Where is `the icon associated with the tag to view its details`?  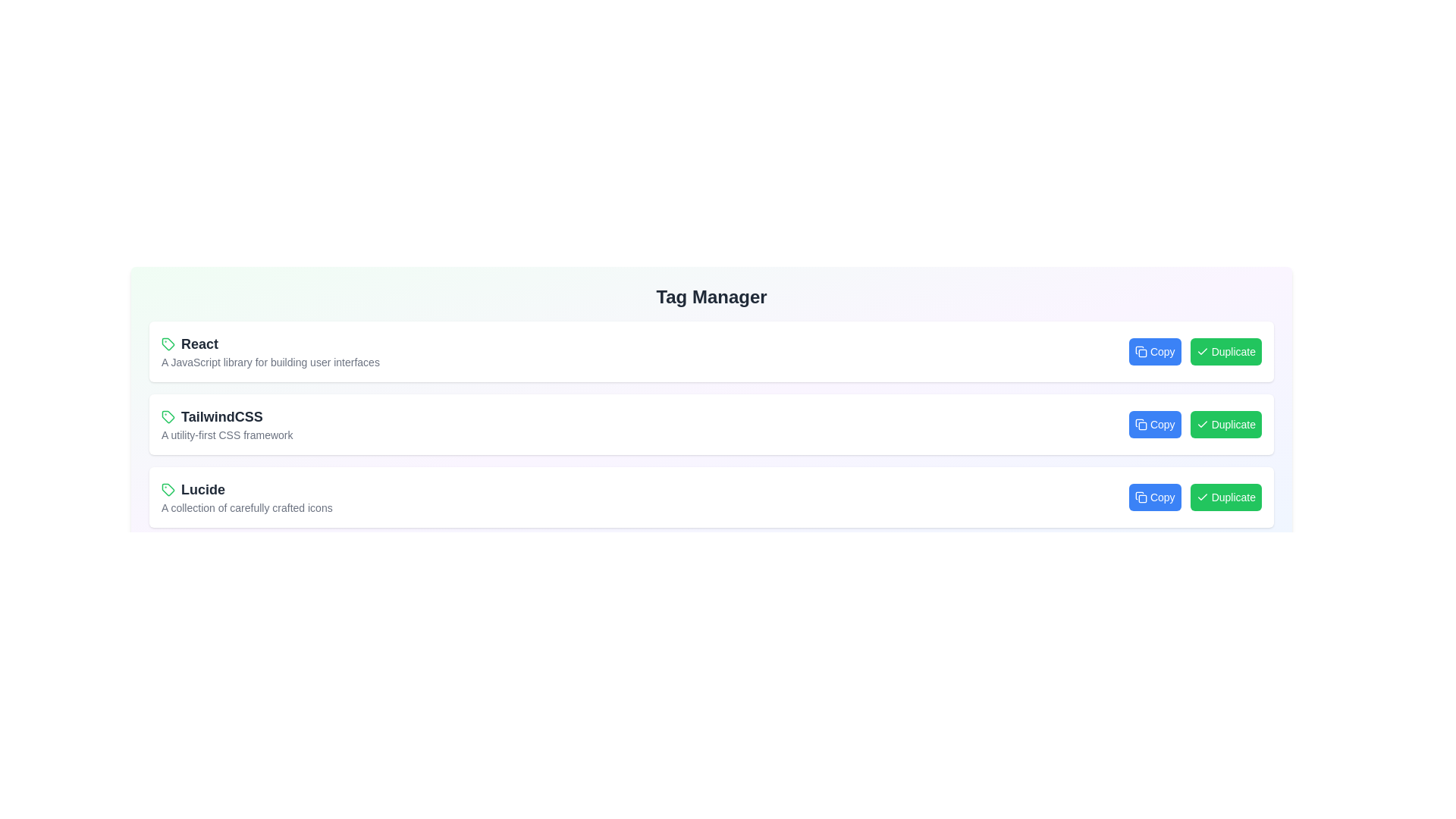
the icon associated with the tag to view its details is located at coordinates (168, 344).